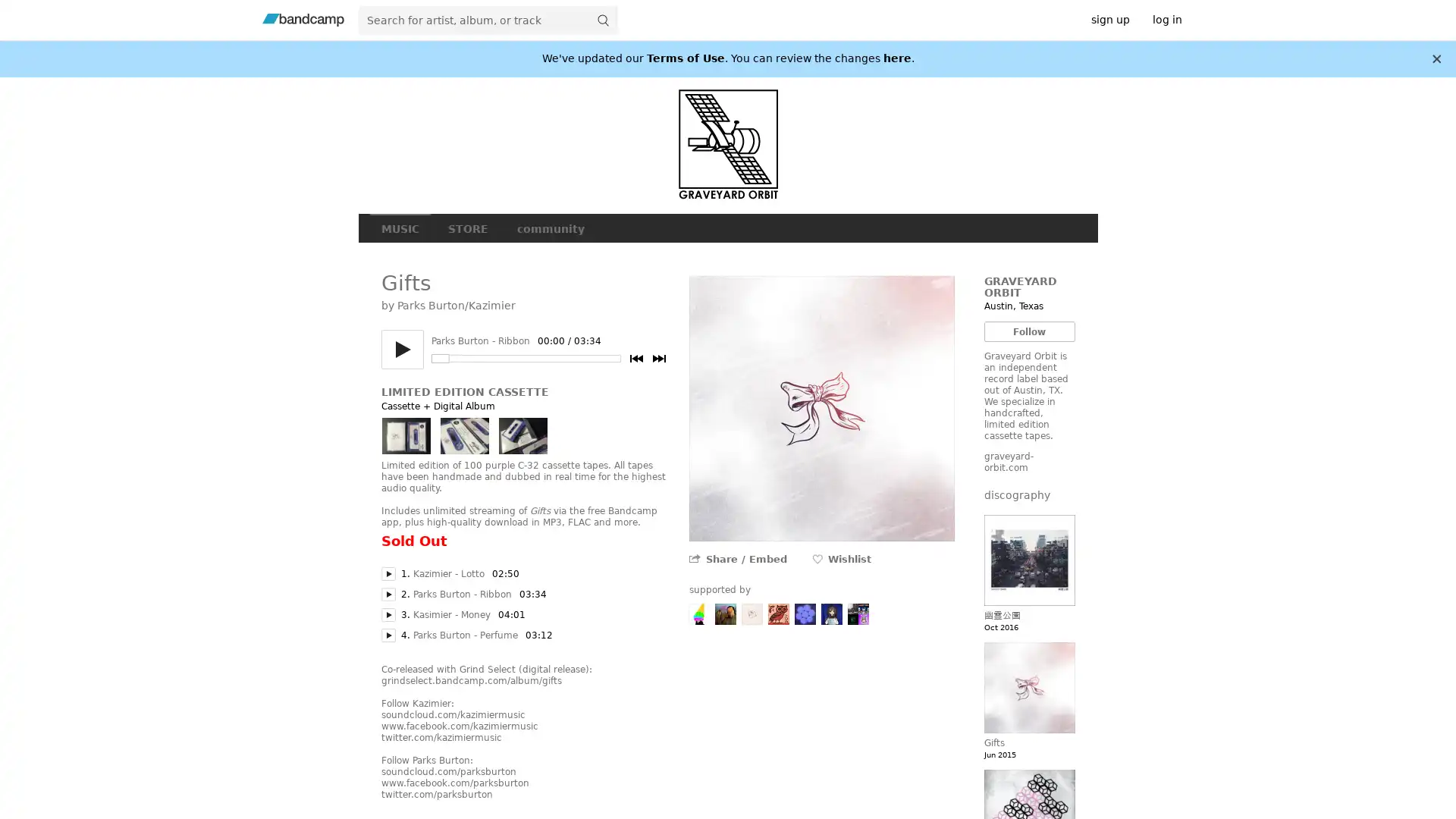 Image resolution: width=1456 pixels, height=819 pixels. I want to click on submit for full search page, so click(602, 20).